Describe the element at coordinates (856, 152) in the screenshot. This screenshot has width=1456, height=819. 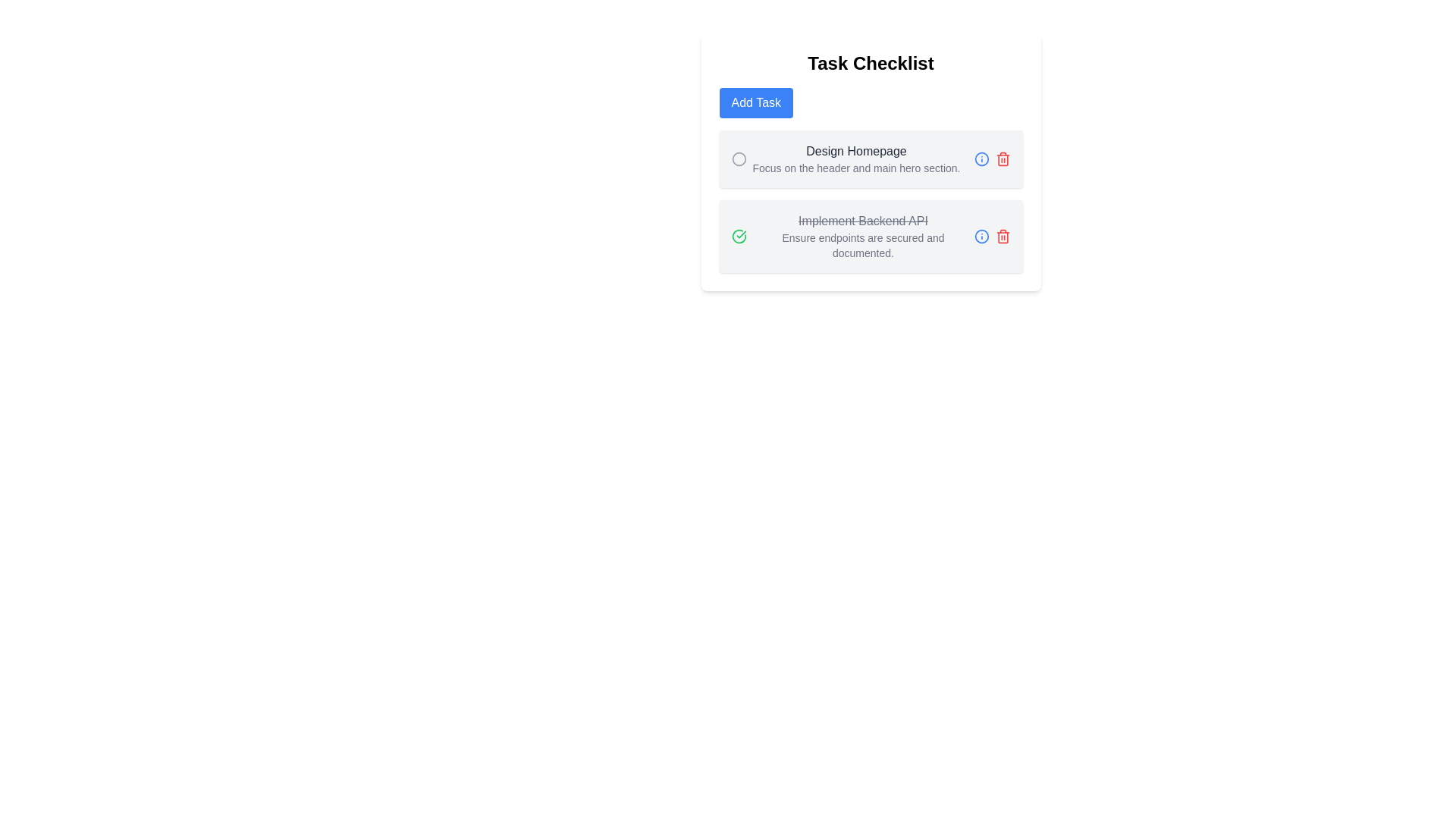
I see `the static text element displaying 'Design Homepage' which is part of the first task in the checklist, positioned above the supporting text and below a circle` at that location.